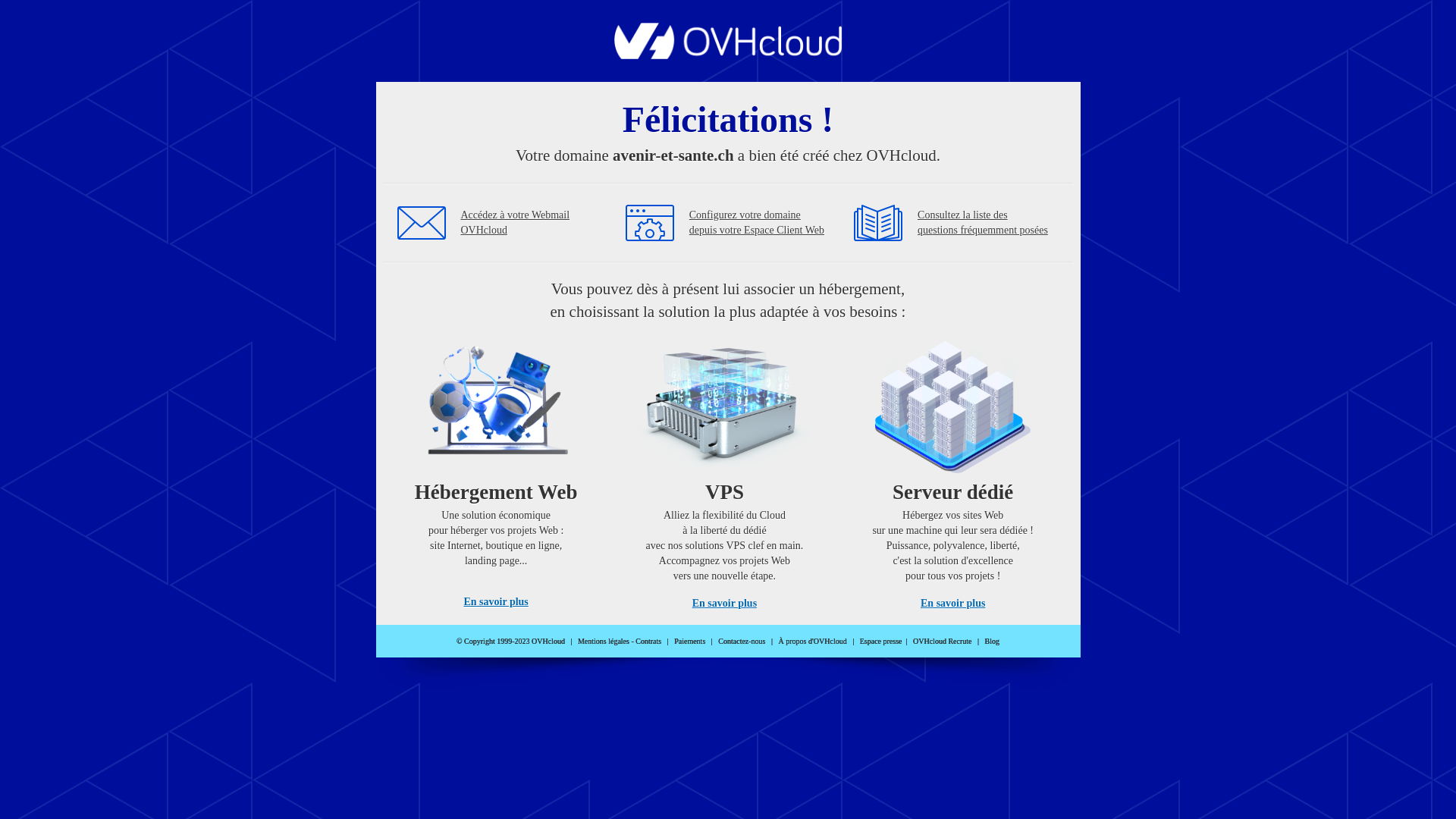 The width and height of the screenshot is (1456, 819). Describe the element at coordinates (723, 602) in the screenshot. I see `'En savoir plus'` at that location.